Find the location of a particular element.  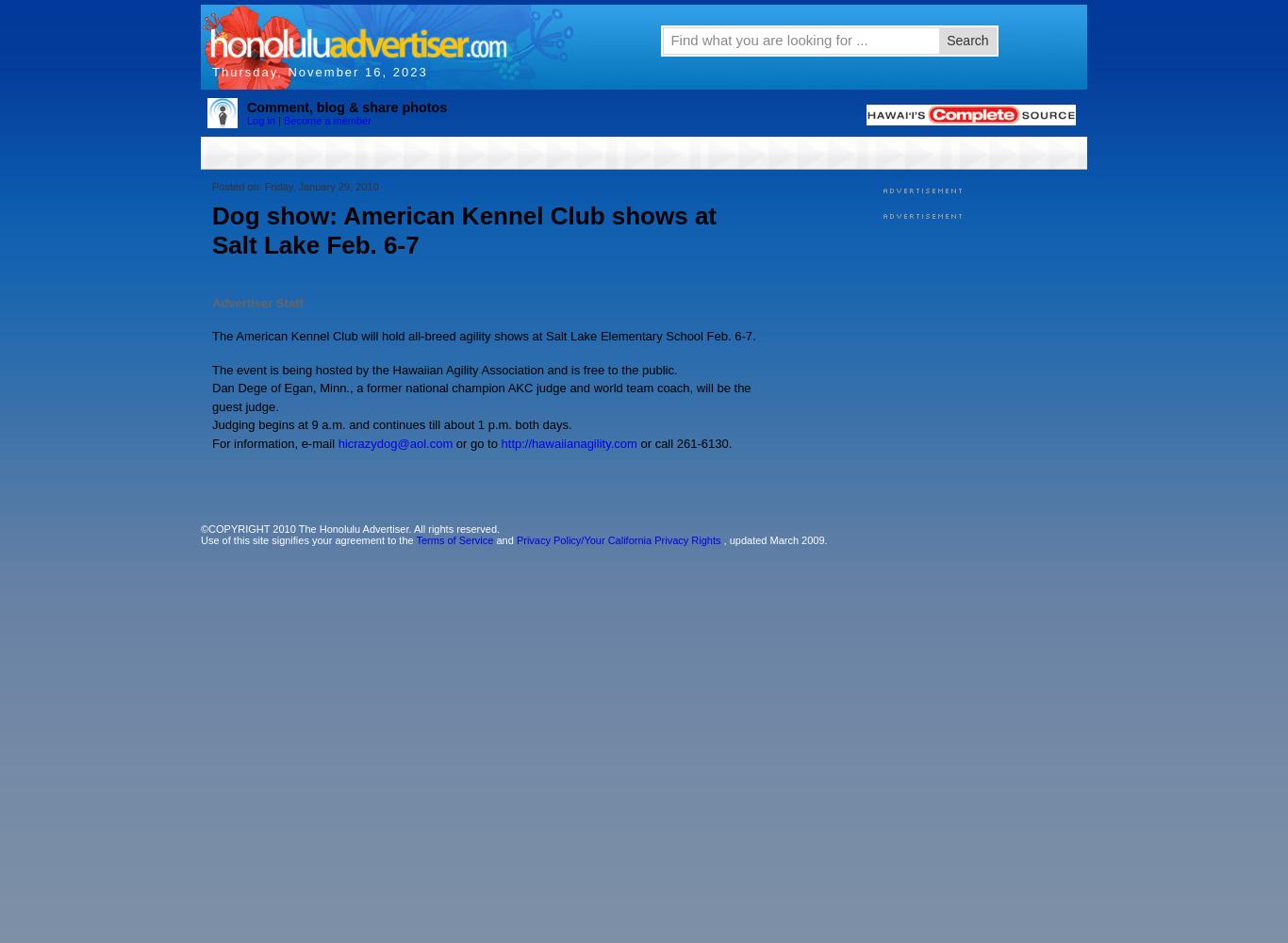

'hicrazydog@aol.com' is located at coordinates (393, 441).